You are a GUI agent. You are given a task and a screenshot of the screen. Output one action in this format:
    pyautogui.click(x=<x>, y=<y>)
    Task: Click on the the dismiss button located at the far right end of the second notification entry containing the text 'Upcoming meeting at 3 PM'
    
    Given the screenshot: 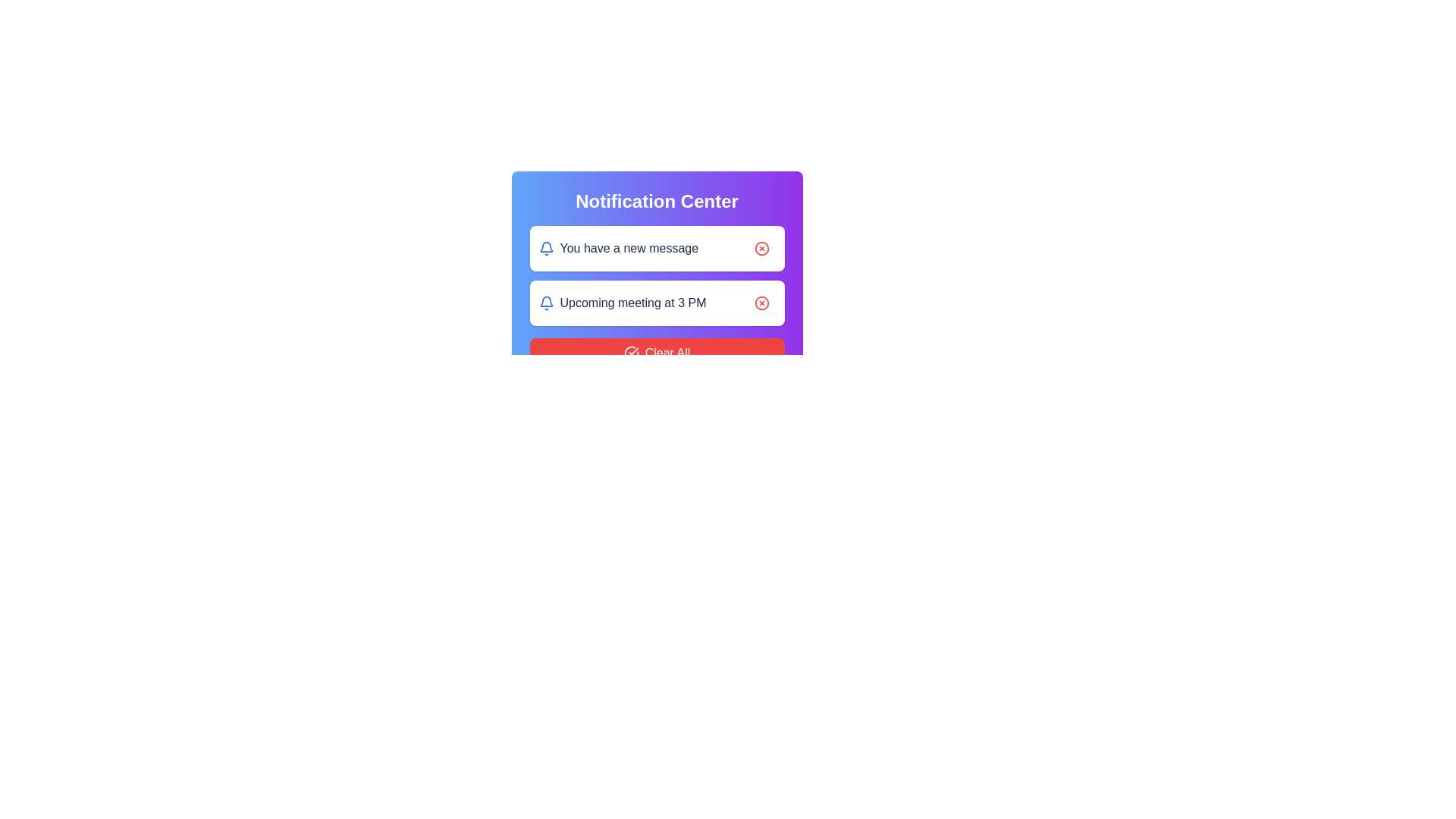 What is the action you would take?
    pyautogui.click(x=761, y=303)
    